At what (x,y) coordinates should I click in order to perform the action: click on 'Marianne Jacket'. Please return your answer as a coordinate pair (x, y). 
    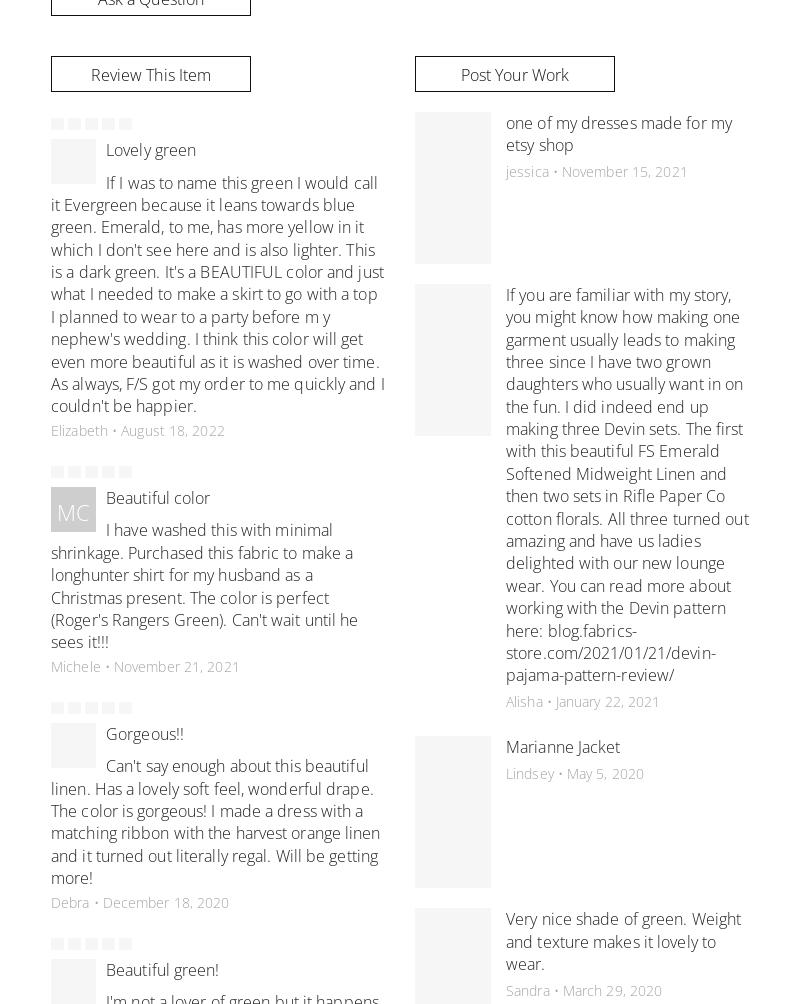
    Looking at the image, I should click on (504, 745).